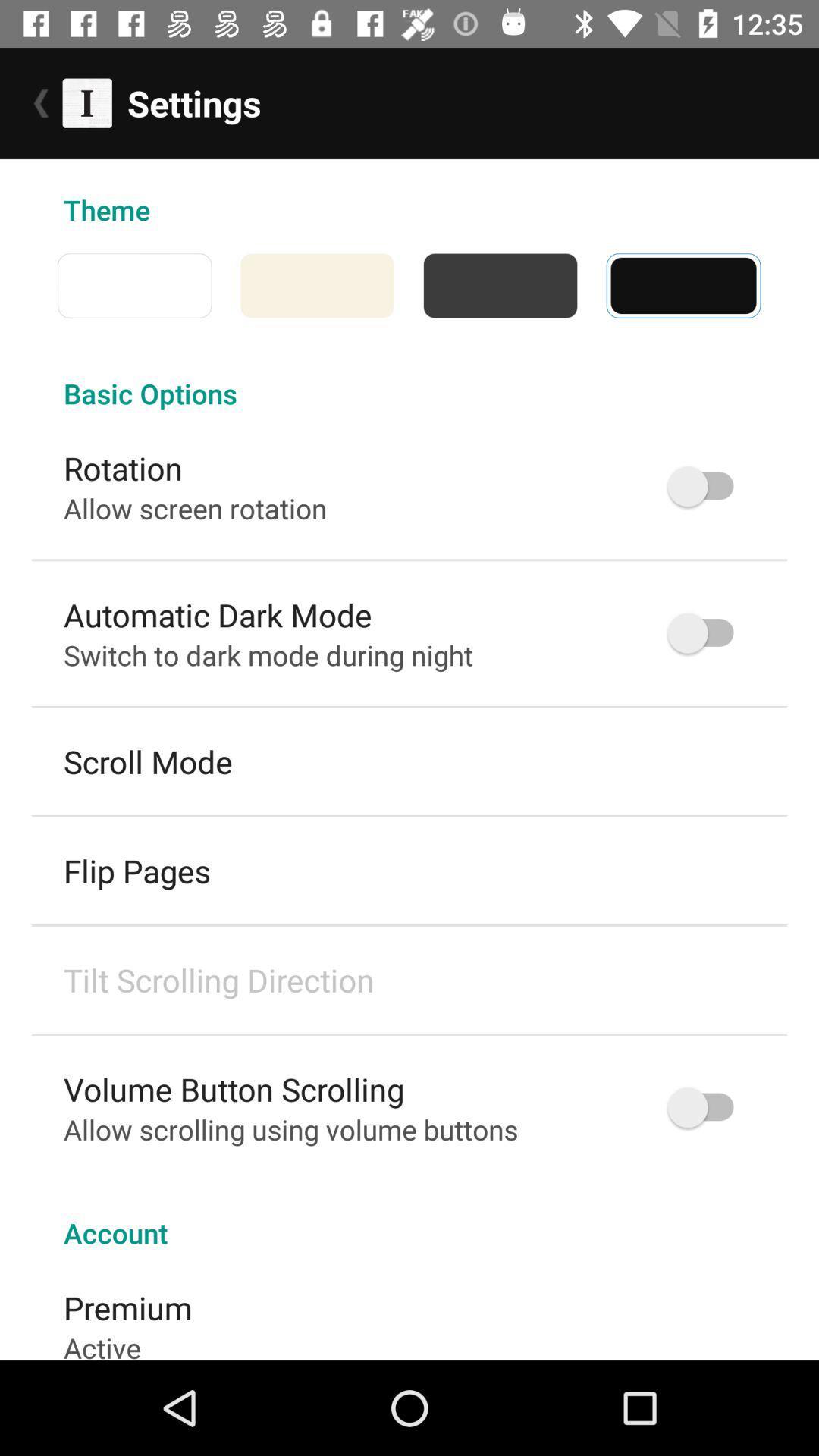 Image resolution: width=819 pixels, height=1456 pixels. What do you see at coordinates (409, 193) in the screenshot?
I see `the theme icon` at bounding box center [409, 193].